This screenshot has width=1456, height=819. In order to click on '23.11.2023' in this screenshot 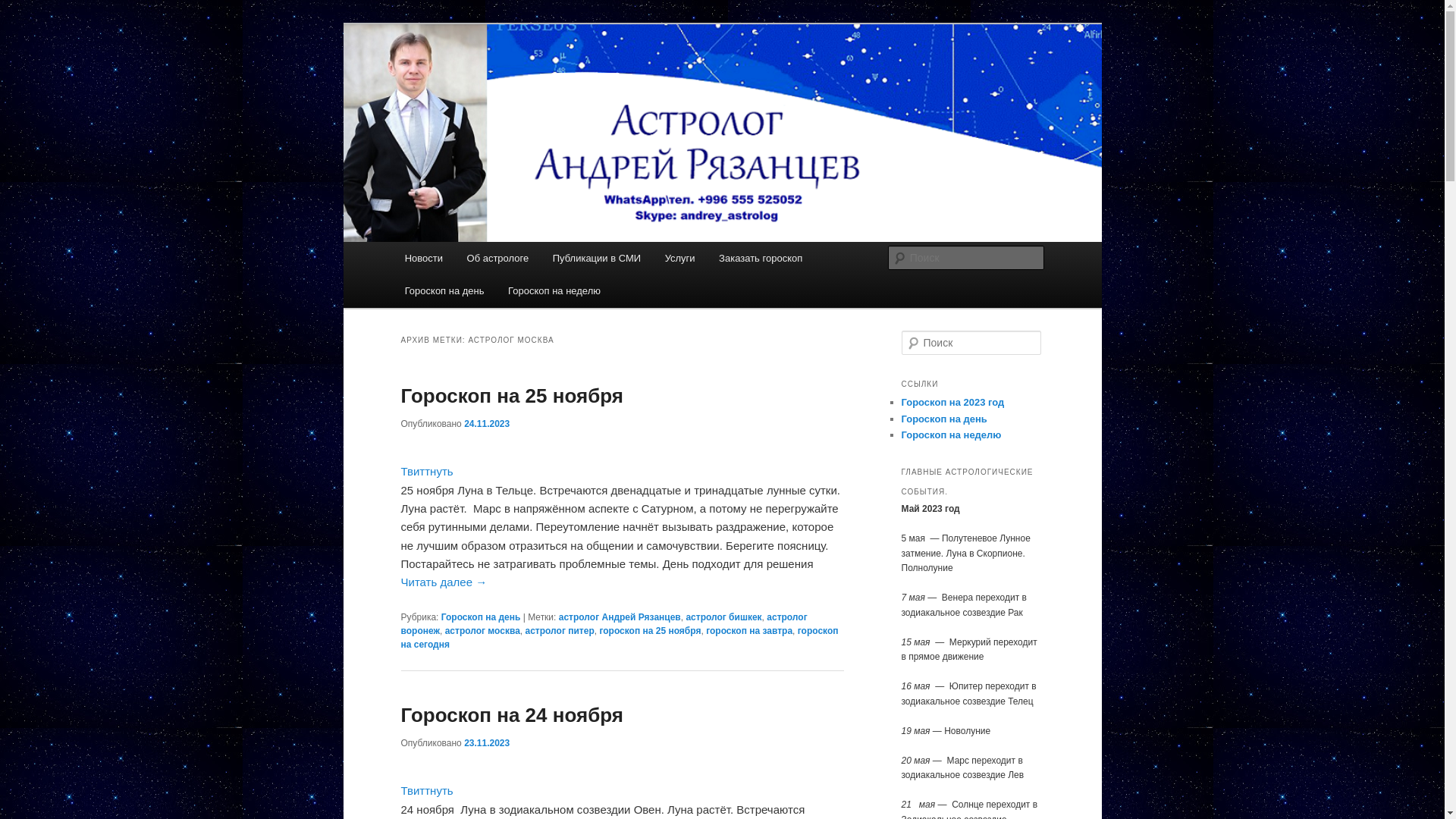, I will do `click(487, 742)`.